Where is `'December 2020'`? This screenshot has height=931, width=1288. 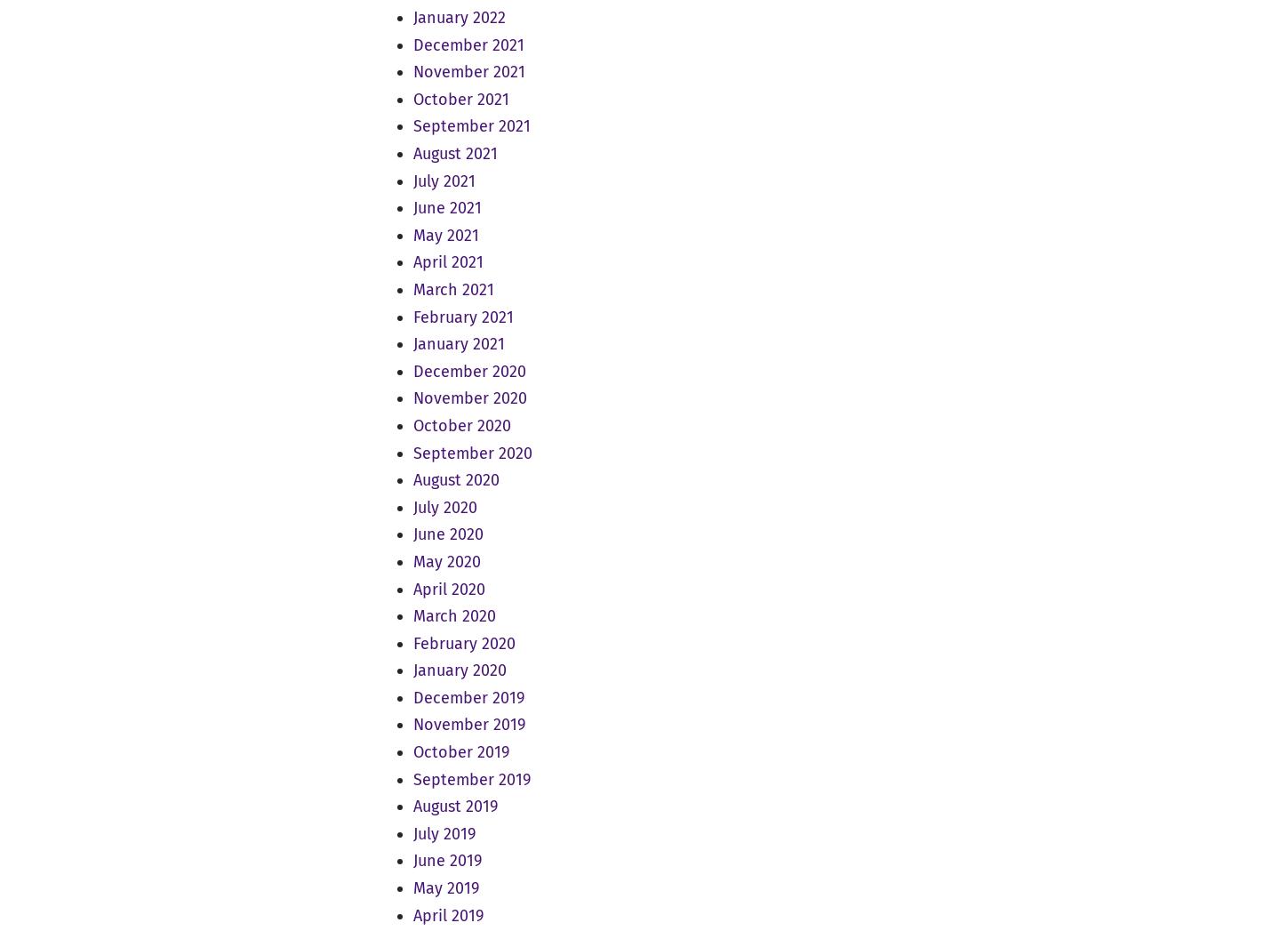 'December 2020' is located at coordinates (468, 370).